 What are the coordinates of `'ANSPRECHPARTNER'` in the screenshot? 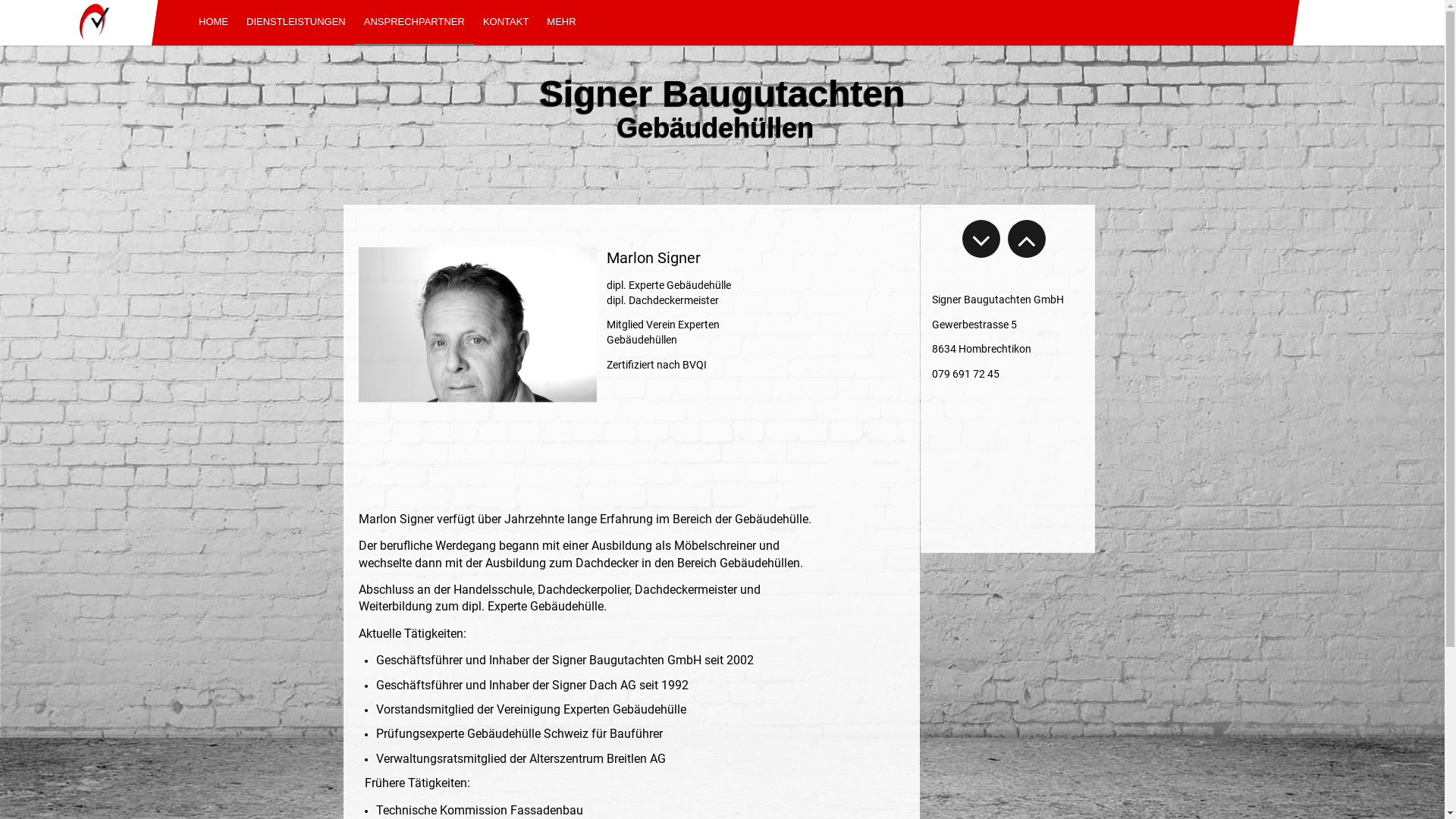 It's located at (353, 22).